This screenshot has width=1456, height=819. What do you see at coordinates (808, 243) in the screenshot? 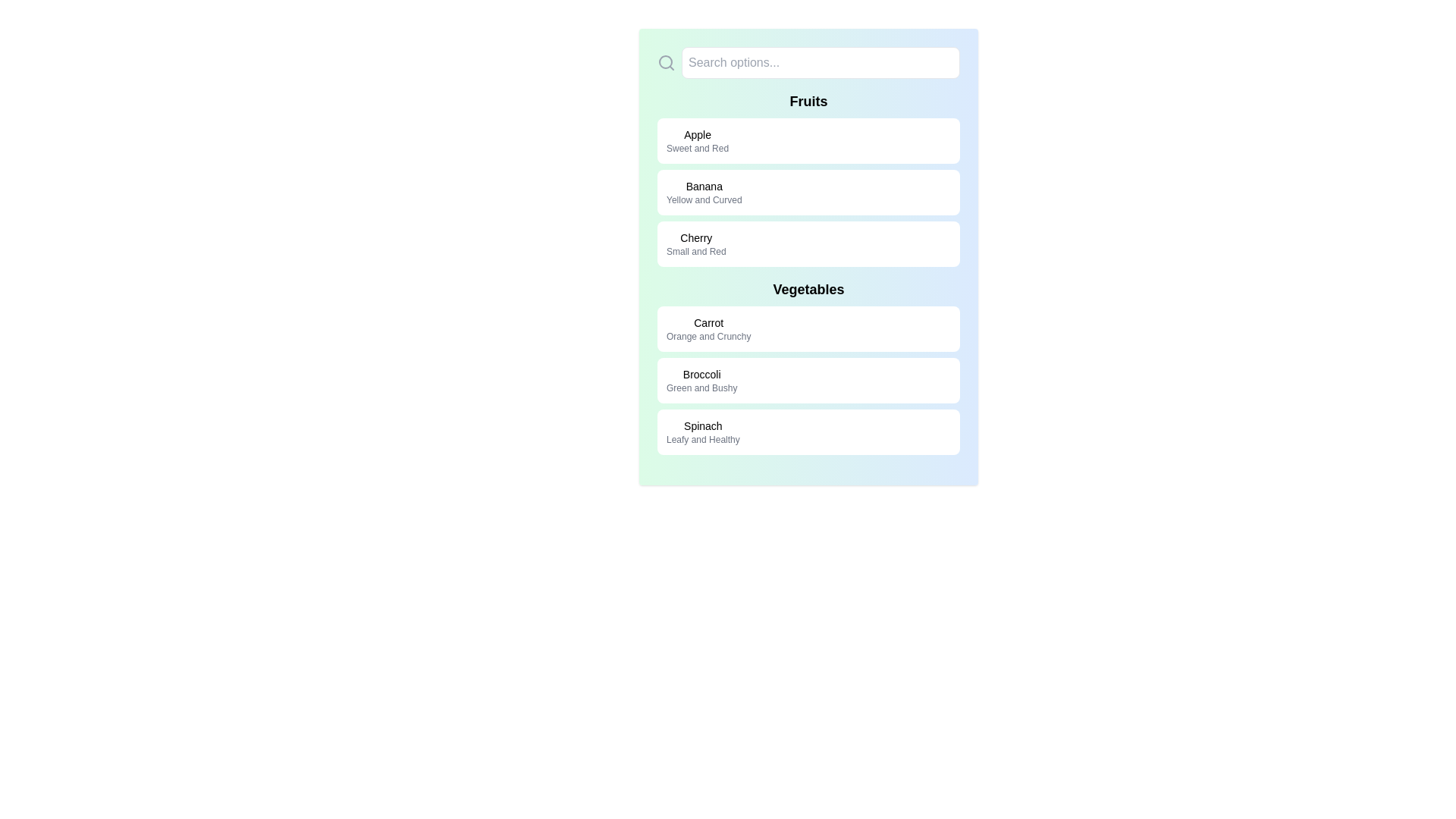
I see `the third list item representing the fruit Cherry, which is small and red` at bounding box center [808, 243].